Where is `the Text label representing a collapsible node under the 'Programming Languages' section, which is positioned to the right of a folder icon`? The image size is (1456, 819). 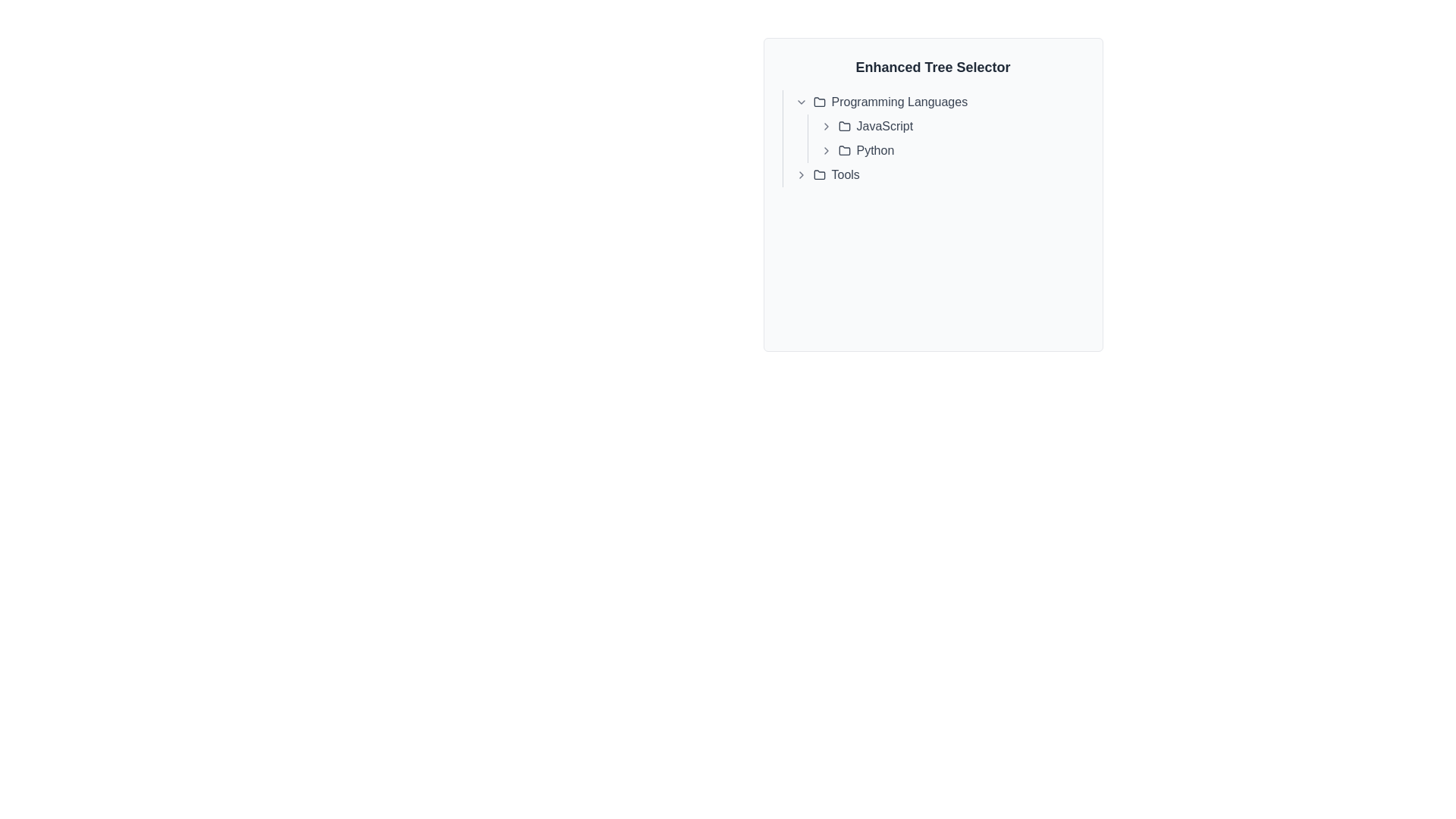 the Text label representing a collapsible node under the 'Programming Languages' section, which is positioned to the right of a folder icon is located at coordinates (845, 174).